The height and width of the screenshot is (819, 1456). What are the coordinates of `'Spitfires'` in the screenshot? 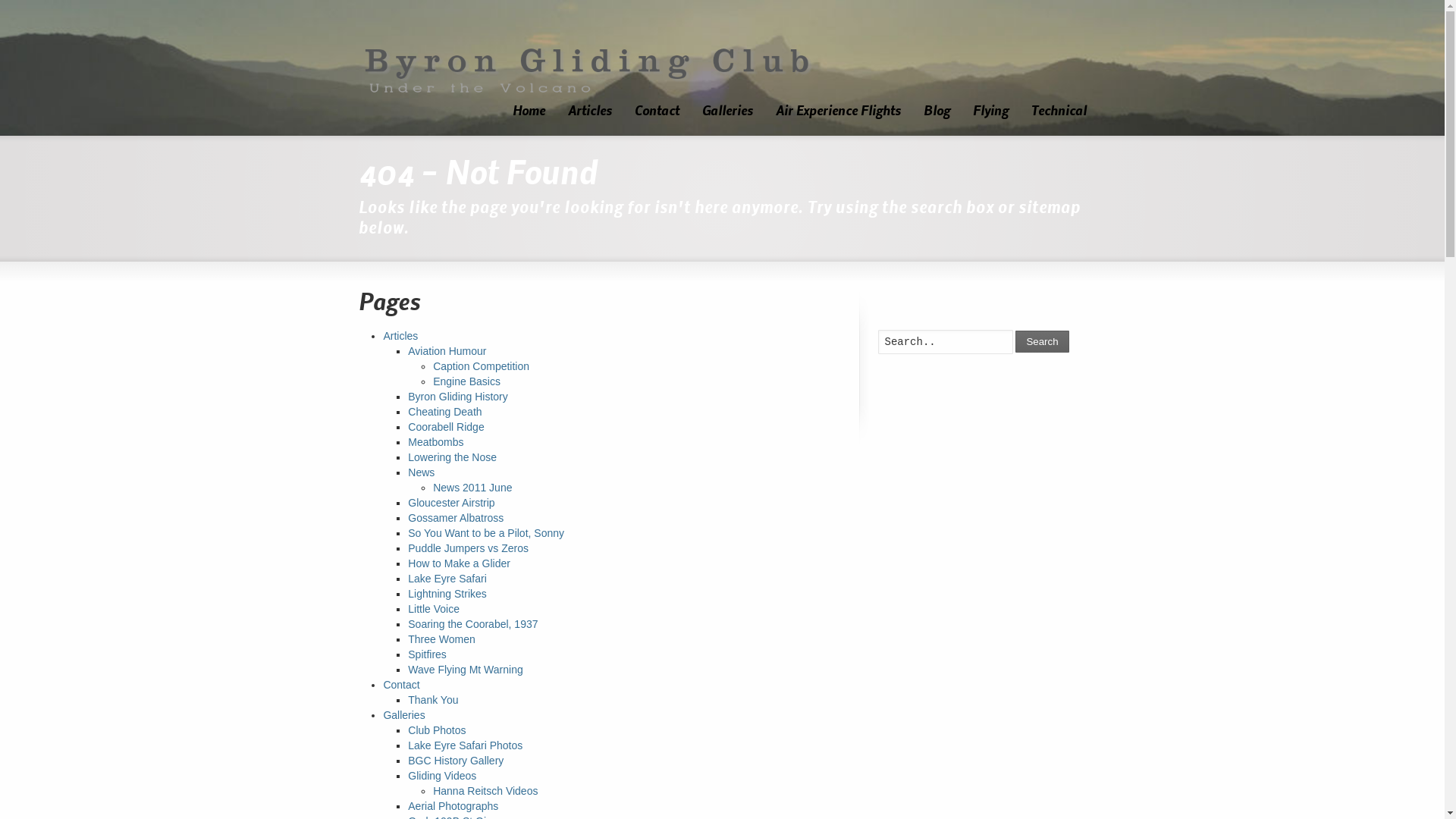 It's located at (426, 654).